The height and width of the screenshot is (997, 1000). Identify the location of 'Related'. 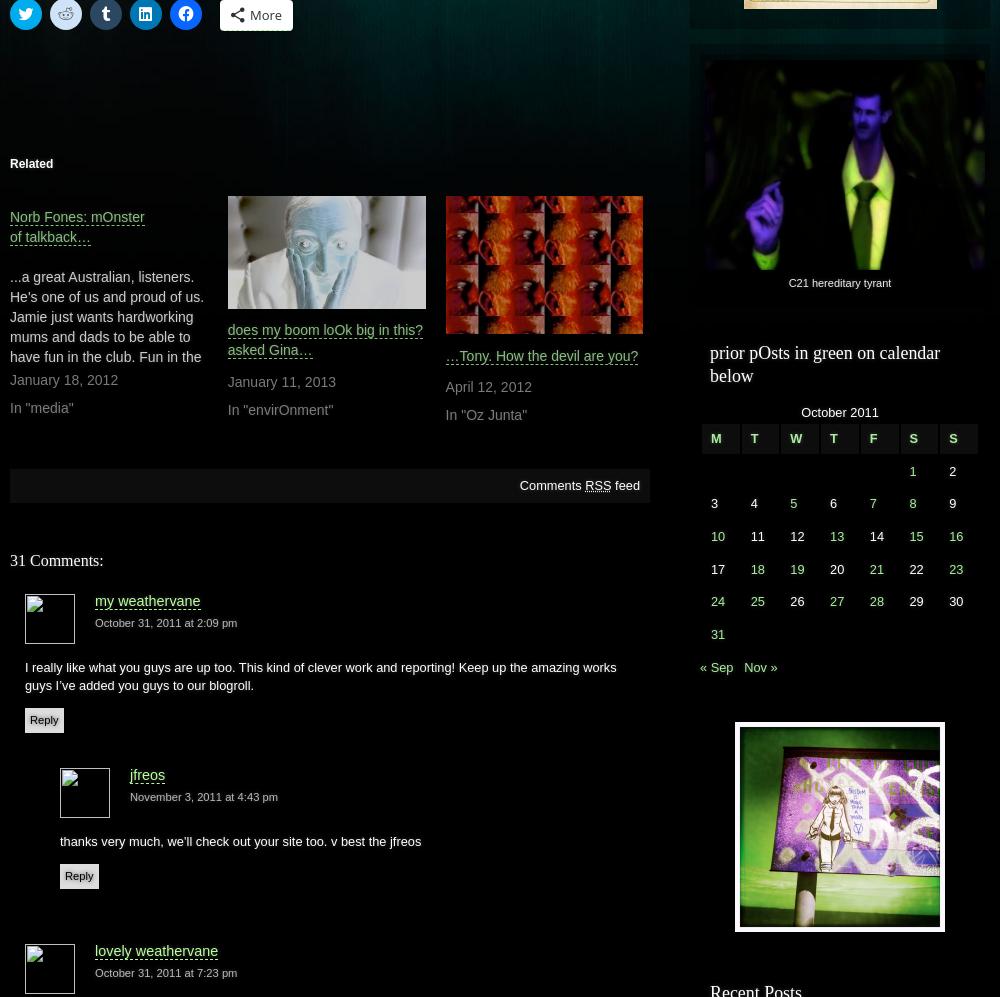
(31, 163).